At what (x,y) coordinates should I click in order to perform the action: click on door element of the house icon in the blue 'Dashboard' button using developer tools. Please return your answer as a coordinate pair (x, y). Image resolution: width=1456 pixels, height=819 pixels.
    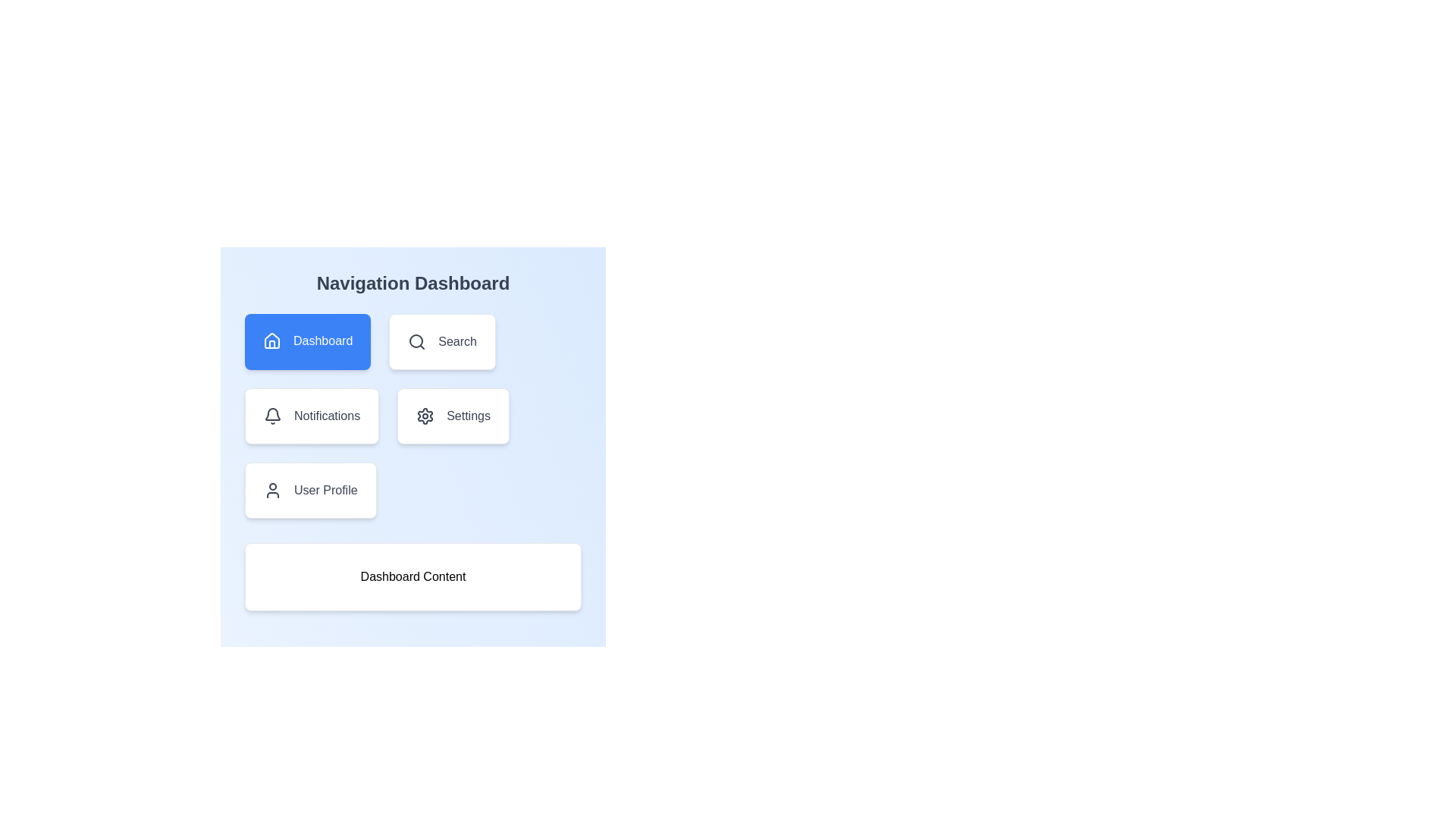
    Looking at the image, I should click on (272, 344).